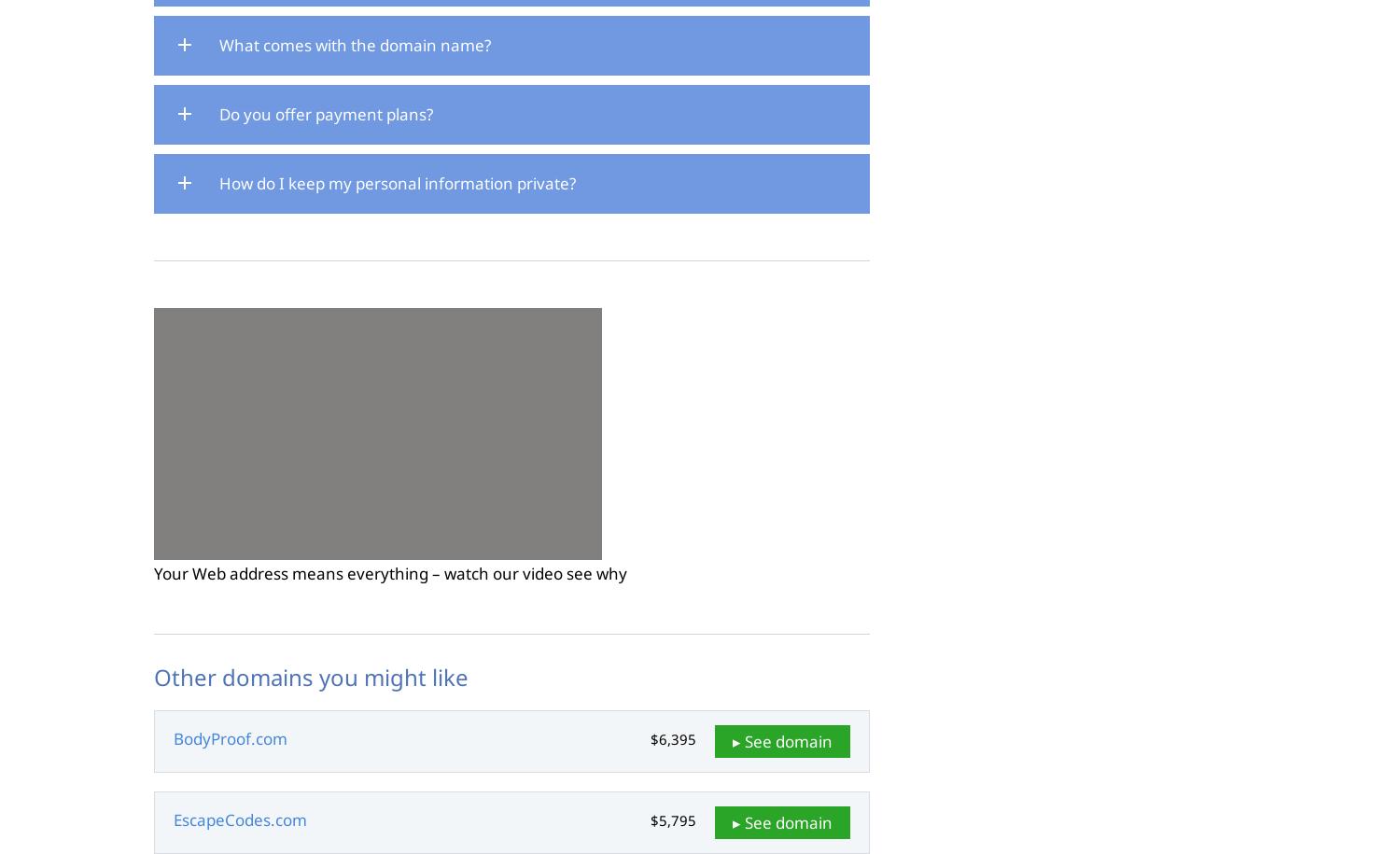 This screenshot has height=854, width=1400. Describe the element at coordinates (154, 677) in the screenshot. I see `'Other domains you might like'` at that location.